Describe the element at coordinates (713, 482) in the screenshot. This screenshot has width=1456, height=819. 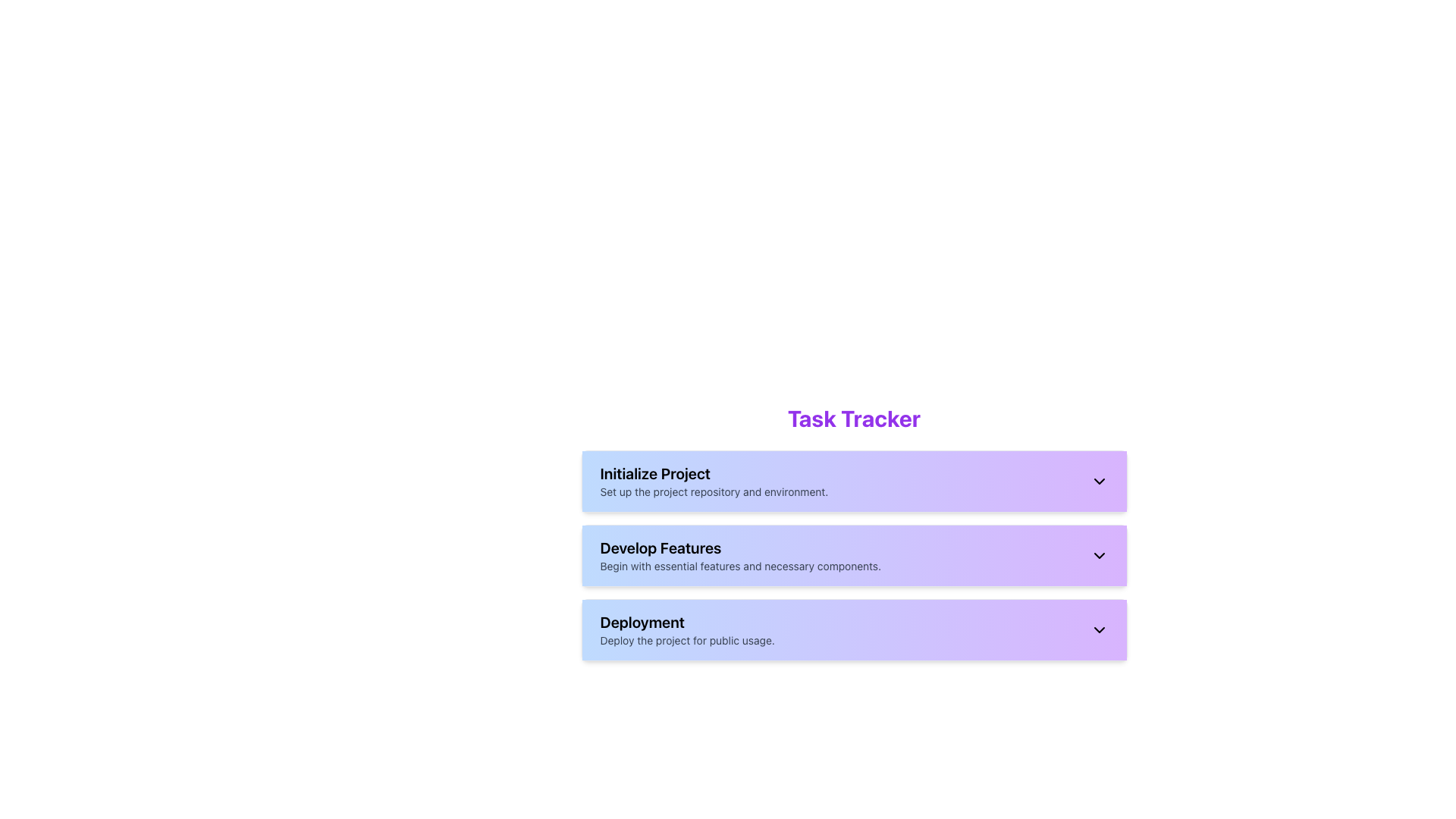
I see `information displayed in the List item titled 'Initialize Project', which includes the description 'Set up the project repository and environment.'` at that location.